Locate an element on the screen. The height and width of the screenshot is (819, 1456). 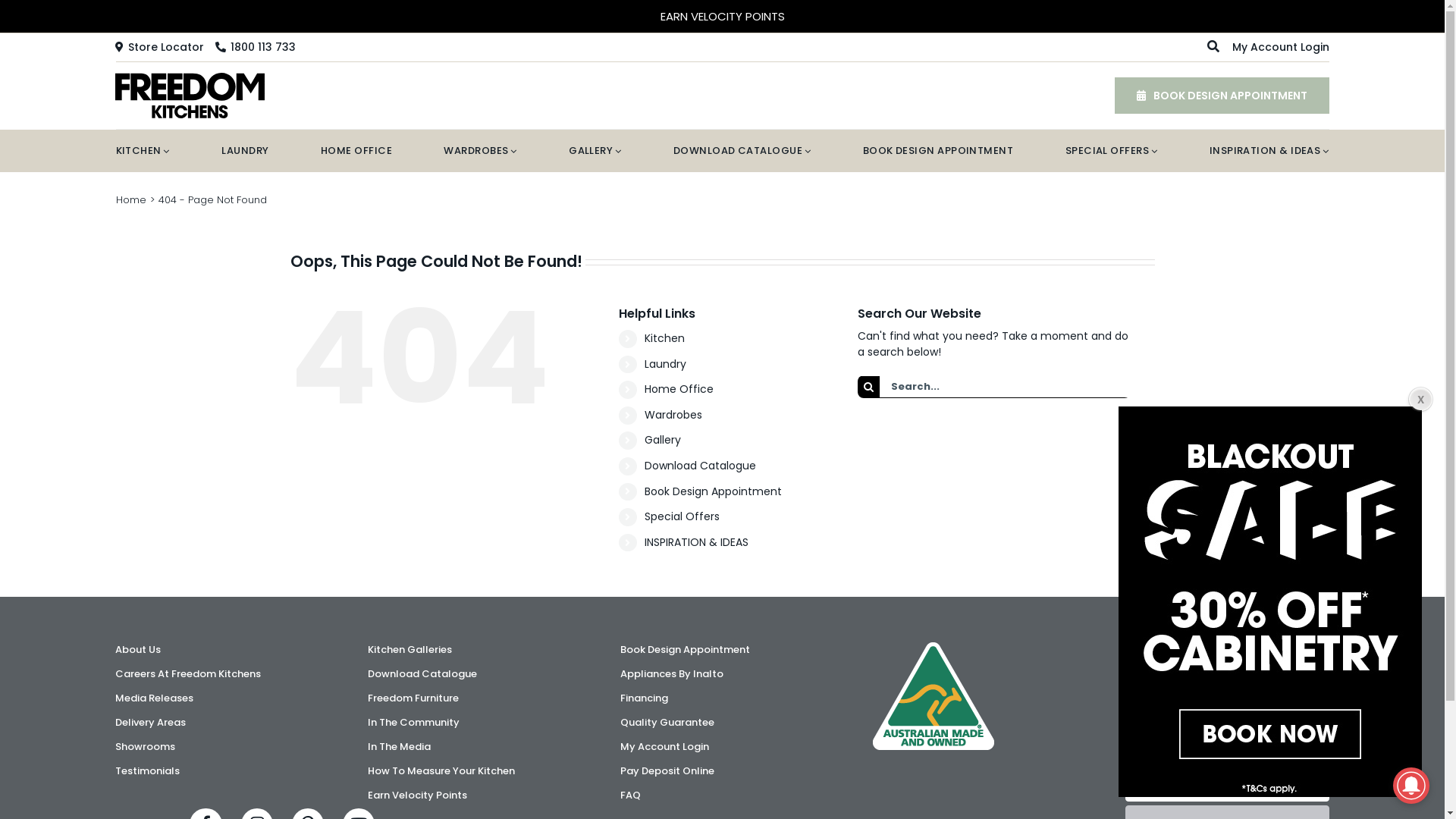
'Kitchen' is located at coordinates (664, 337).